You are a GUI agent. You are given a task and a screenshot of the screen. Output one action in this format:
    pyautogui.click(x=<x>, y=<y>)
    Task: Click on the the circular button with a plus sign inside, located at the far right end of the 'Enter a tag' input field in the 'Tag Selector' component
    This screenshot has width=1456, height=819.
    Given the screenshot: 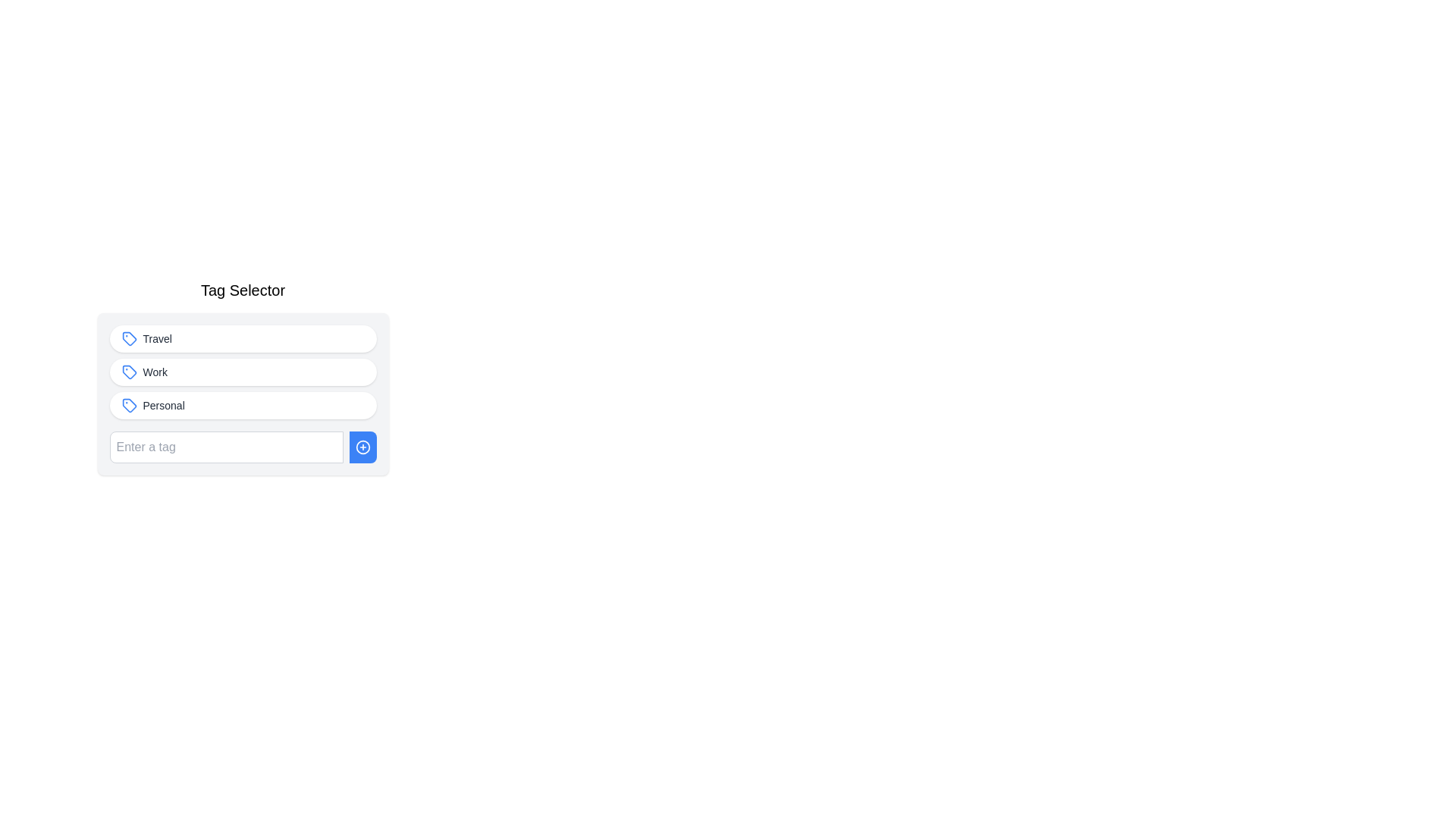 What is the action you would take?
    pyautogui.click(x=362, y=447)
    